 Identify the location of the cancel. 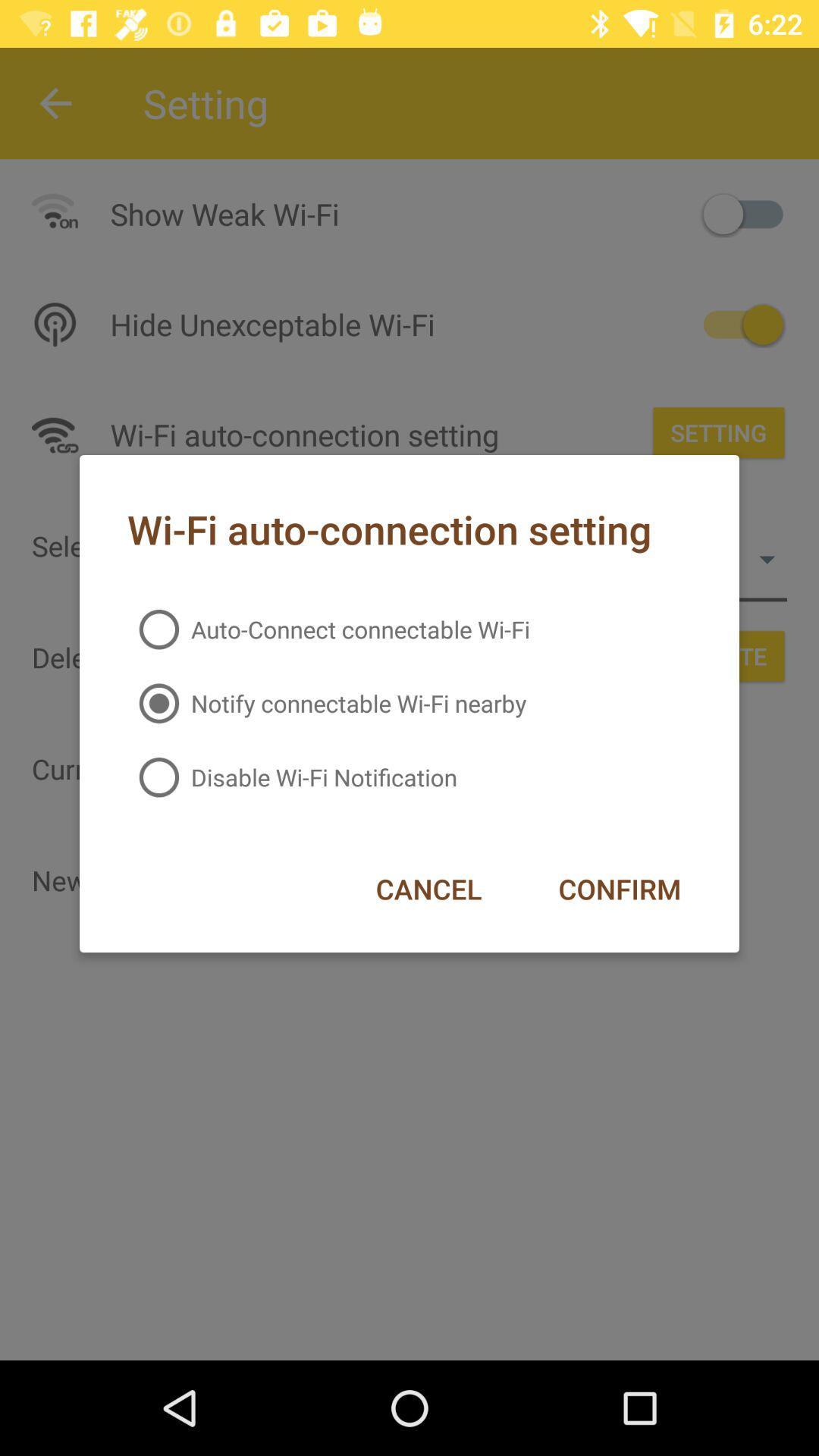
(428, 889).